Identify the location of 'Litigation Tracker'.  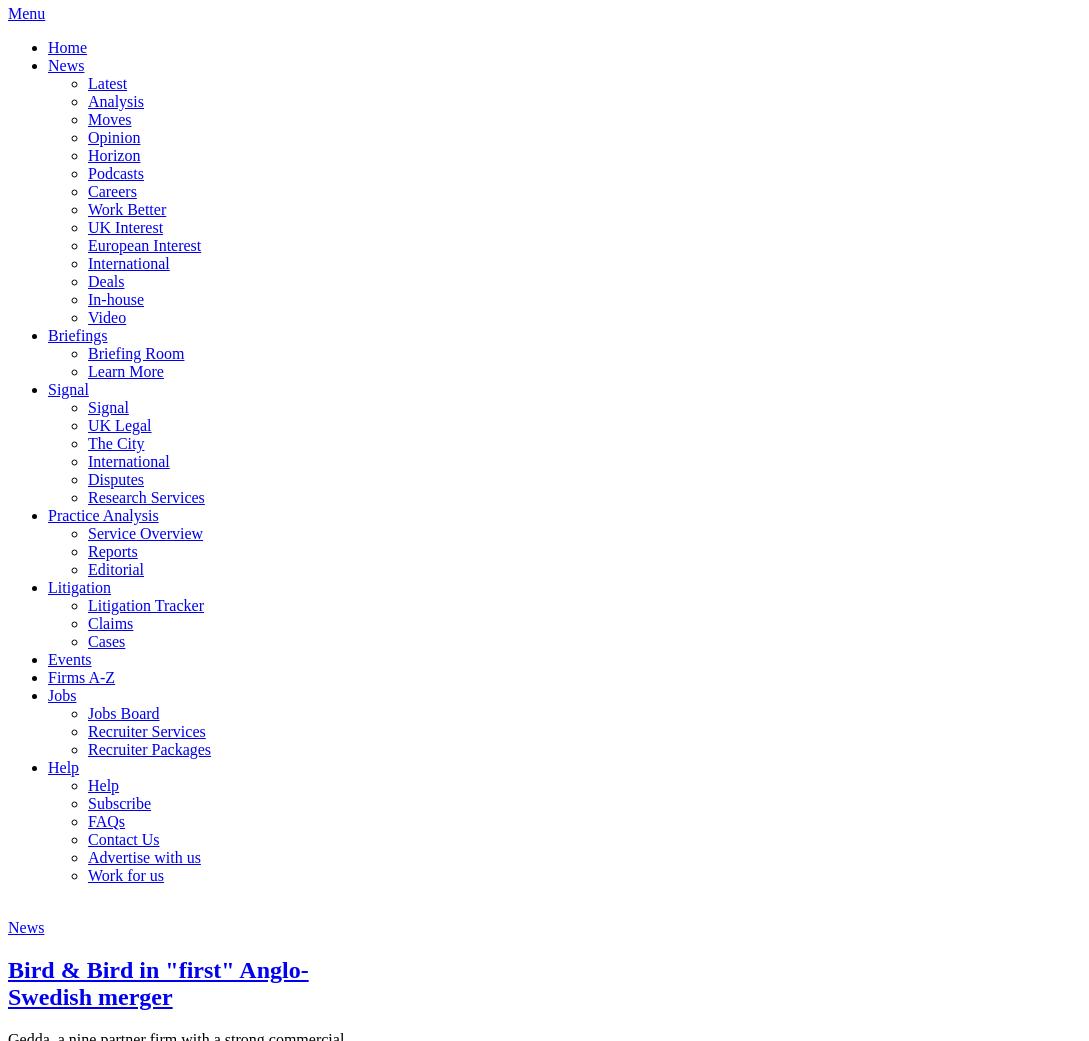
(87, 604).